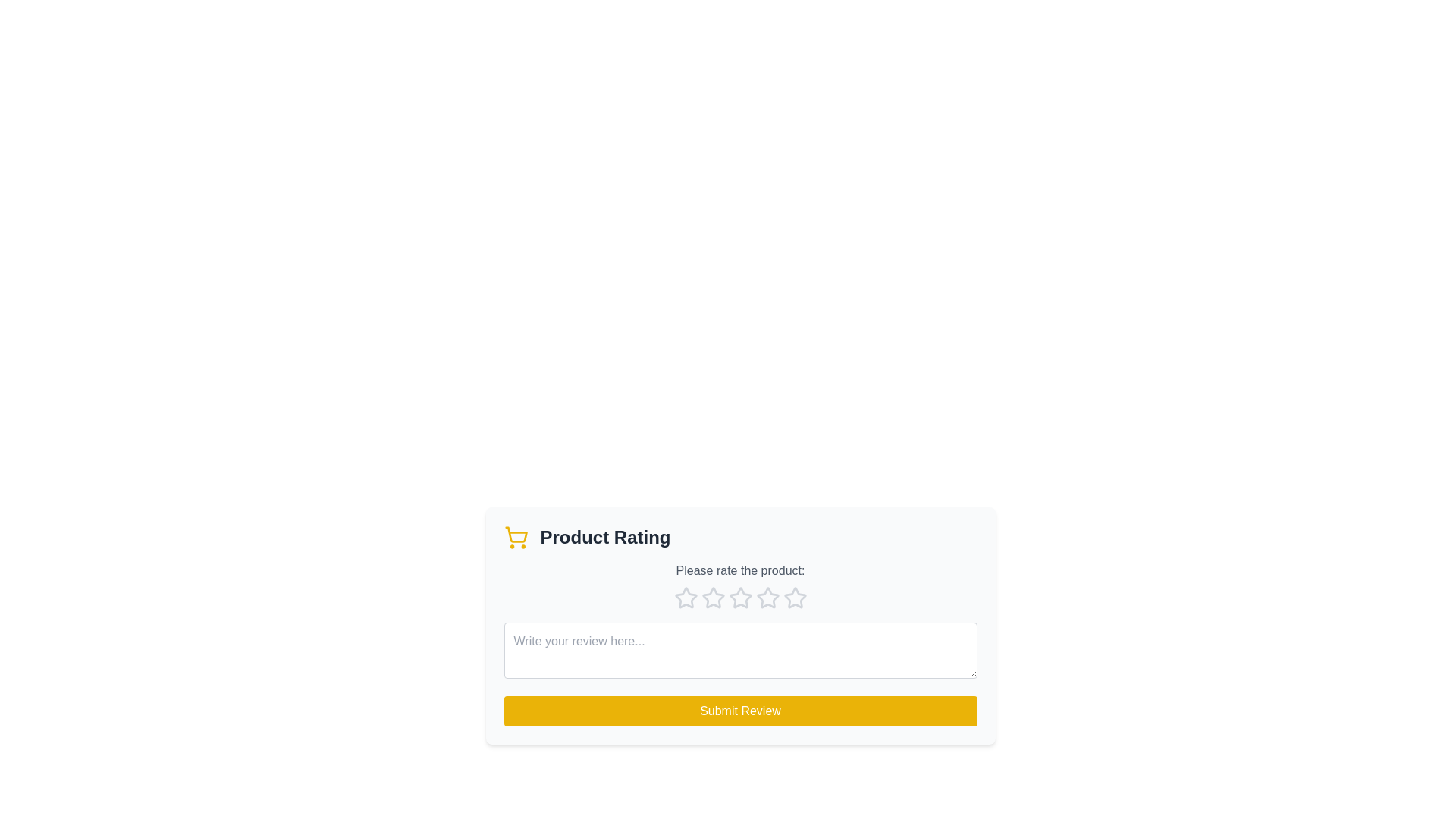  What do you see at coordinates (767, 598) in the screenshot?
I see `the sixth star icon in the product rating interface` at bounding box center [767, 598].